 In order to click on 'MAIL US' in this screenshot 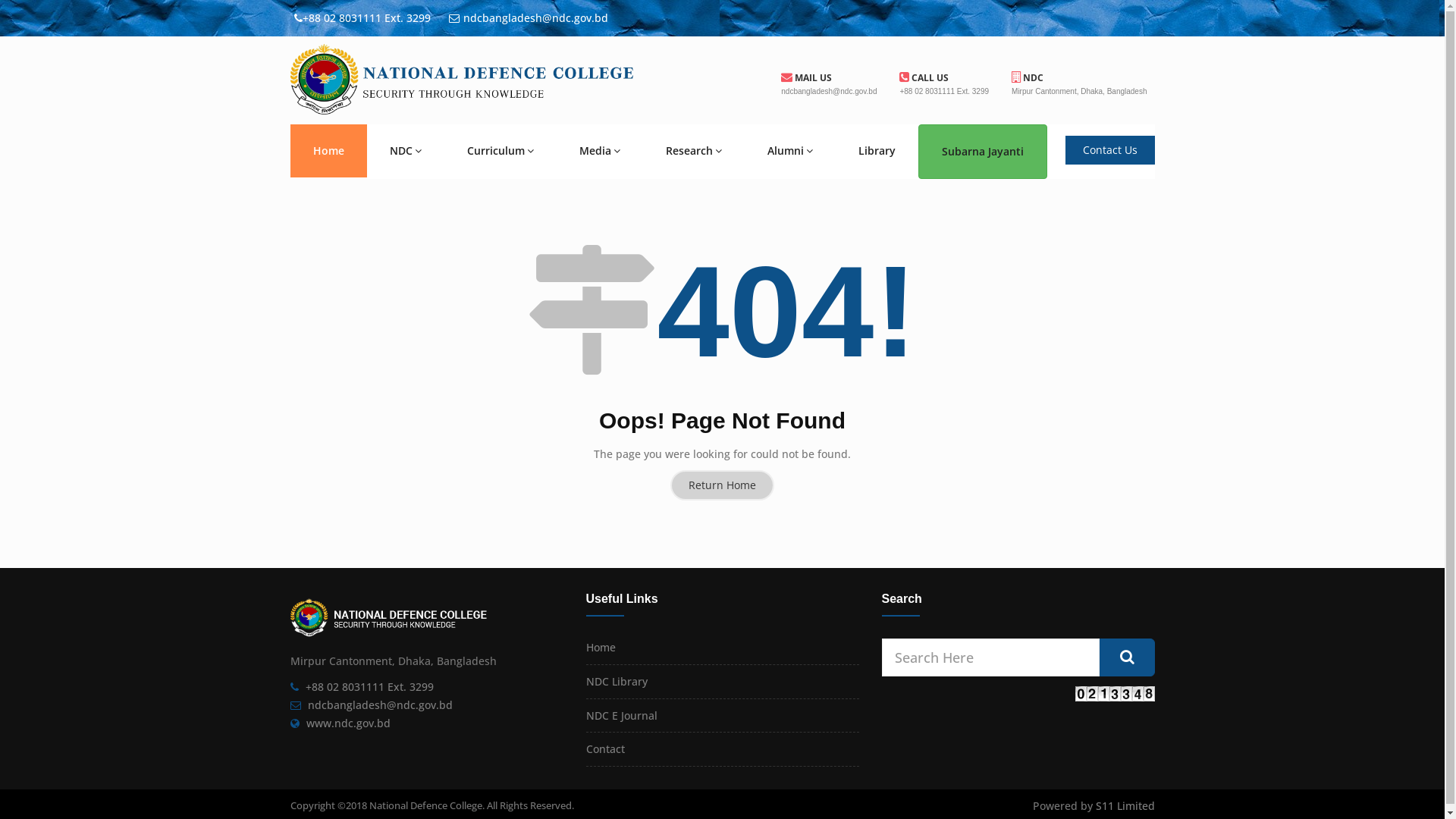, I will do `click(805, 77)`.